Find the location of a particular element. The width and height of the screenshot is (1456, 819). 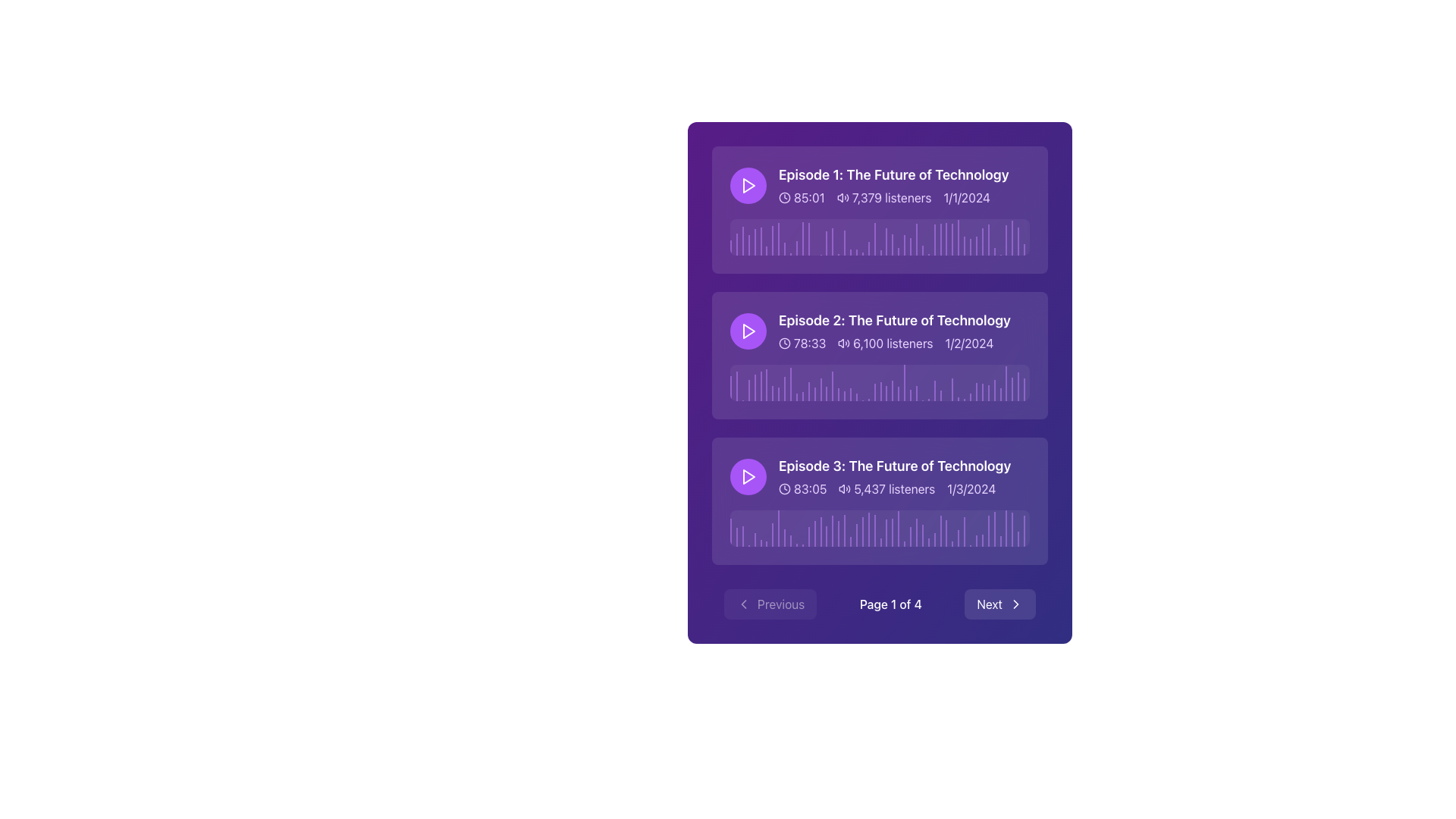

the Progress Indicator Bar, which is the fourteenth bar in the middle of the progress indicator within the second content block of a vertical list of three blocks is located at coordinates (838, 394).